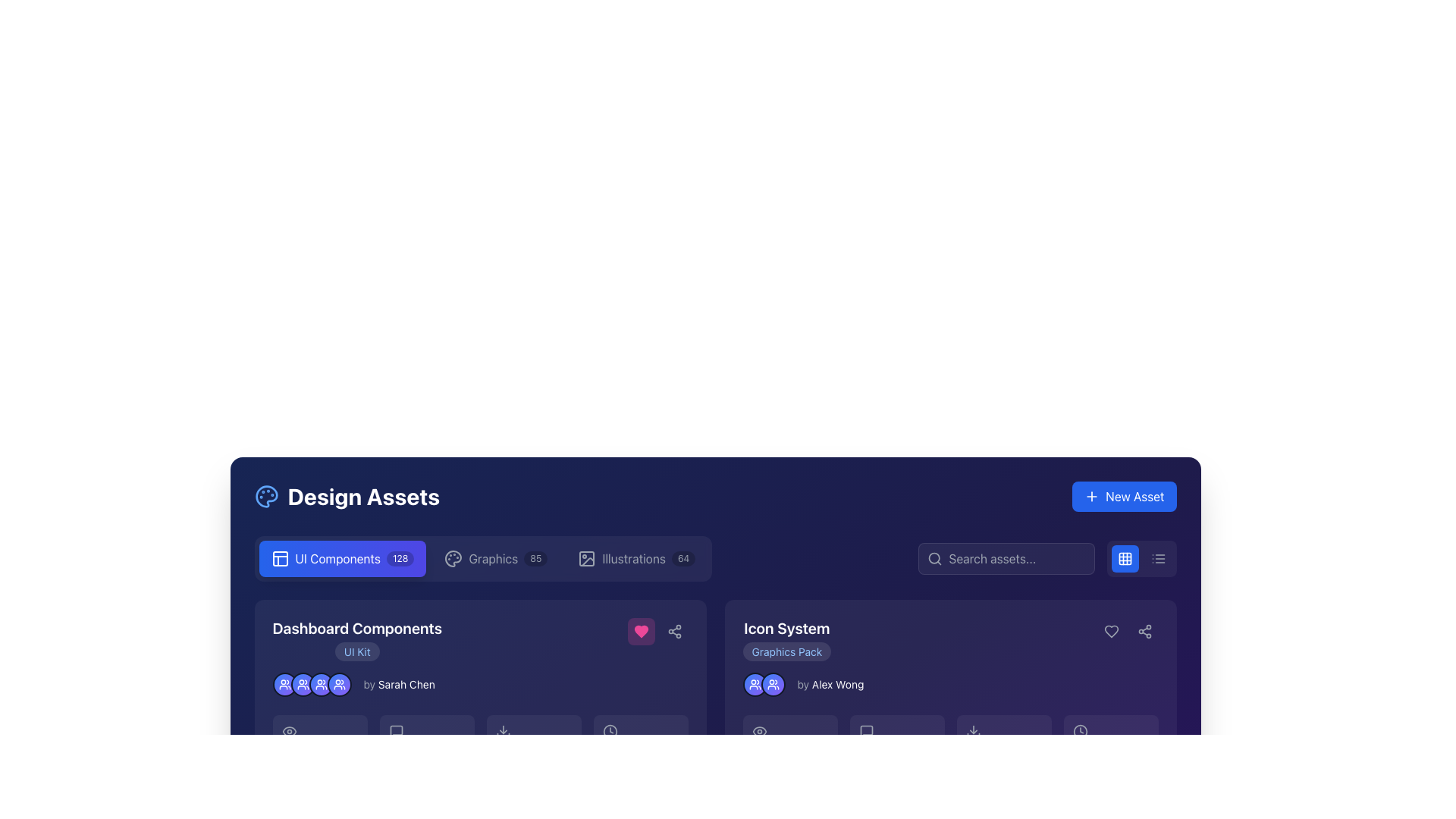 The width and height of the screenshot is (1456, 819). I want to click on the second interactive button in the right section of the horizontal group of icons, so click(673, 632).